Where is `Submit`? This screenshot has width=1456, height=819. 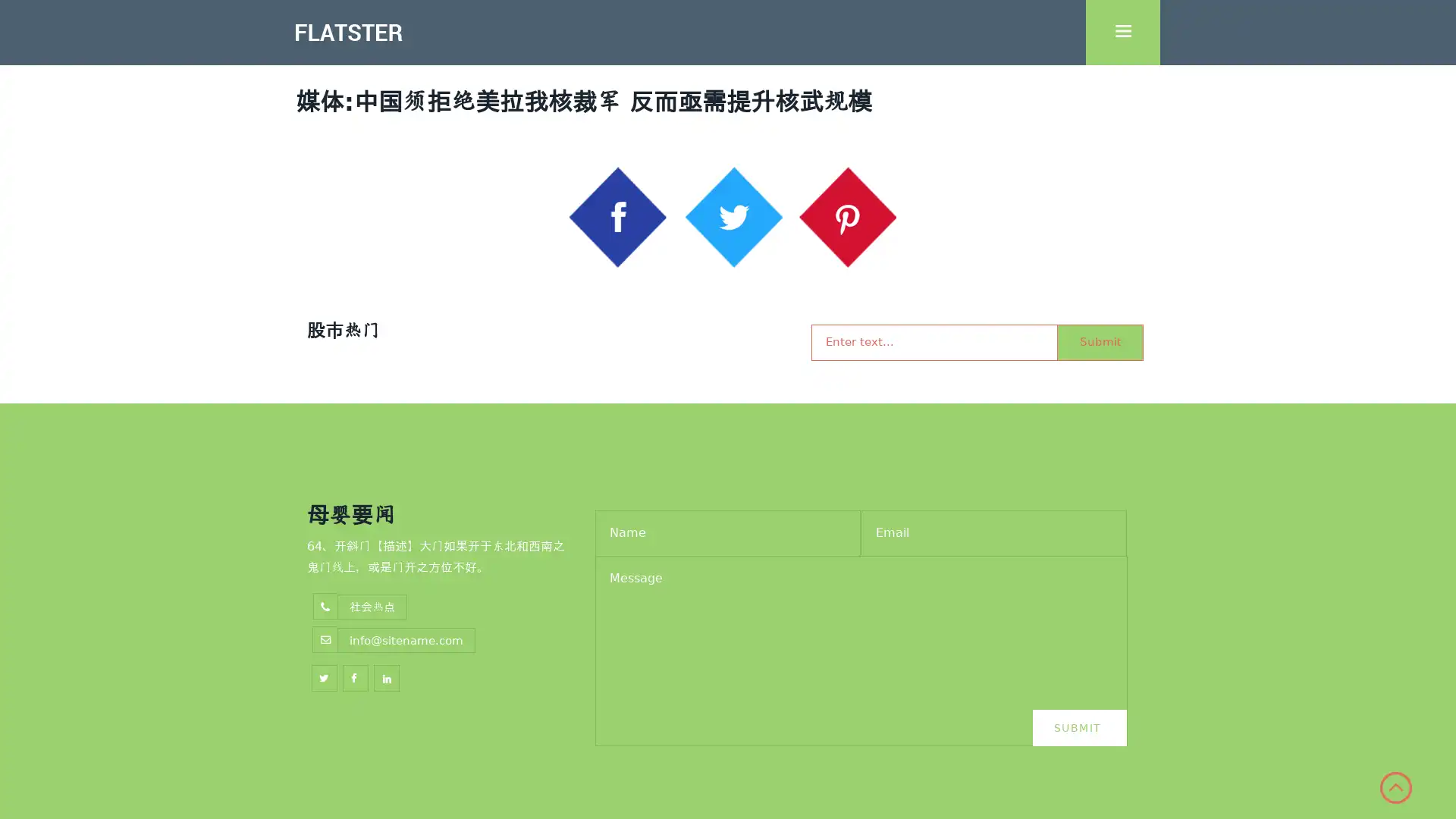
Submit is located at coordinates (1093, 342).